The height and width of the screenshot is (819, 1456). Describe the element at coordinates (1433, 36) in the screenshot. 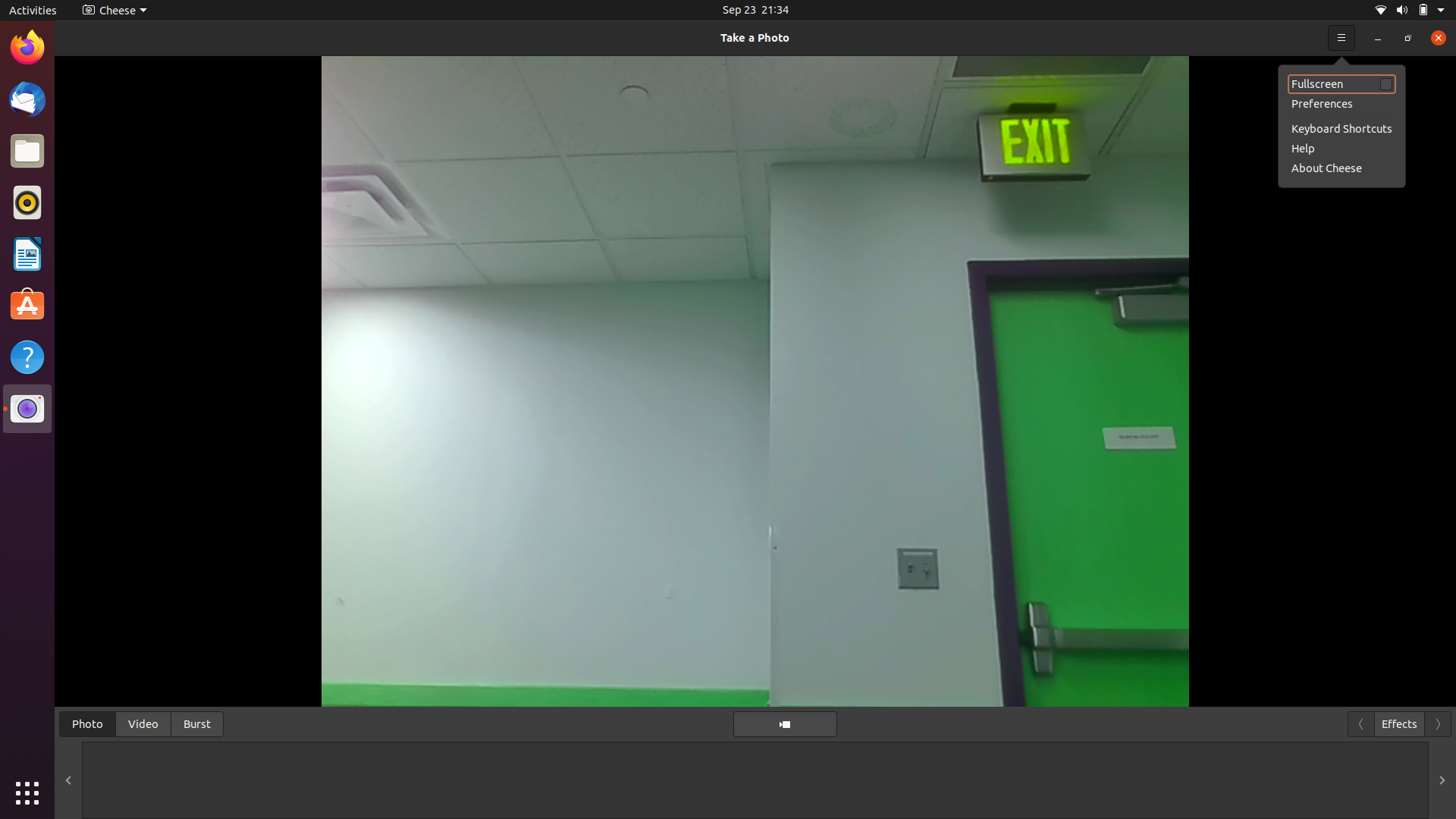

I see `Show About Cheese info using keys to navigate through drop-down` at that location.